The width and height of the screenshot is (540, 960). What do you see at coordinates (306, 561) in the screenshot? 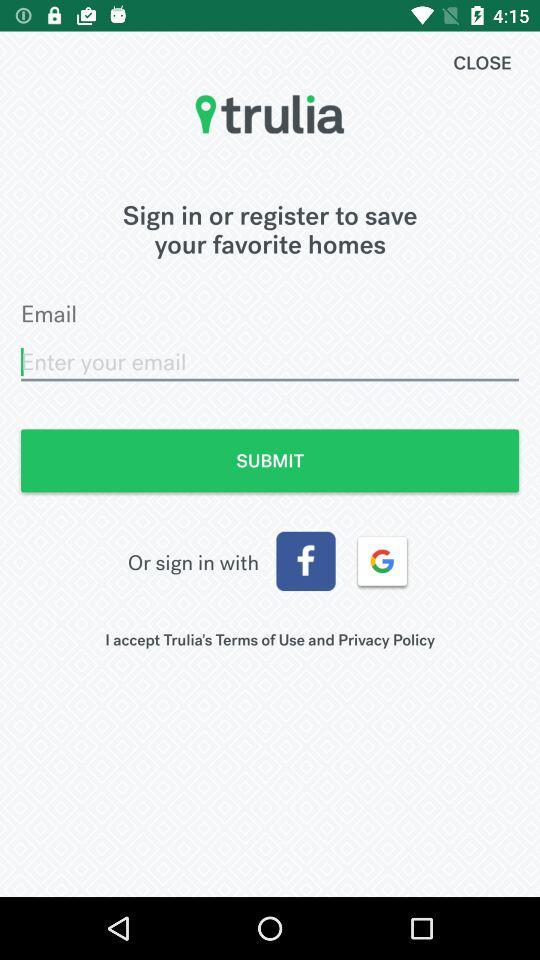
I see `icon next to the or sign in icon` at bounding box center [306, 561].